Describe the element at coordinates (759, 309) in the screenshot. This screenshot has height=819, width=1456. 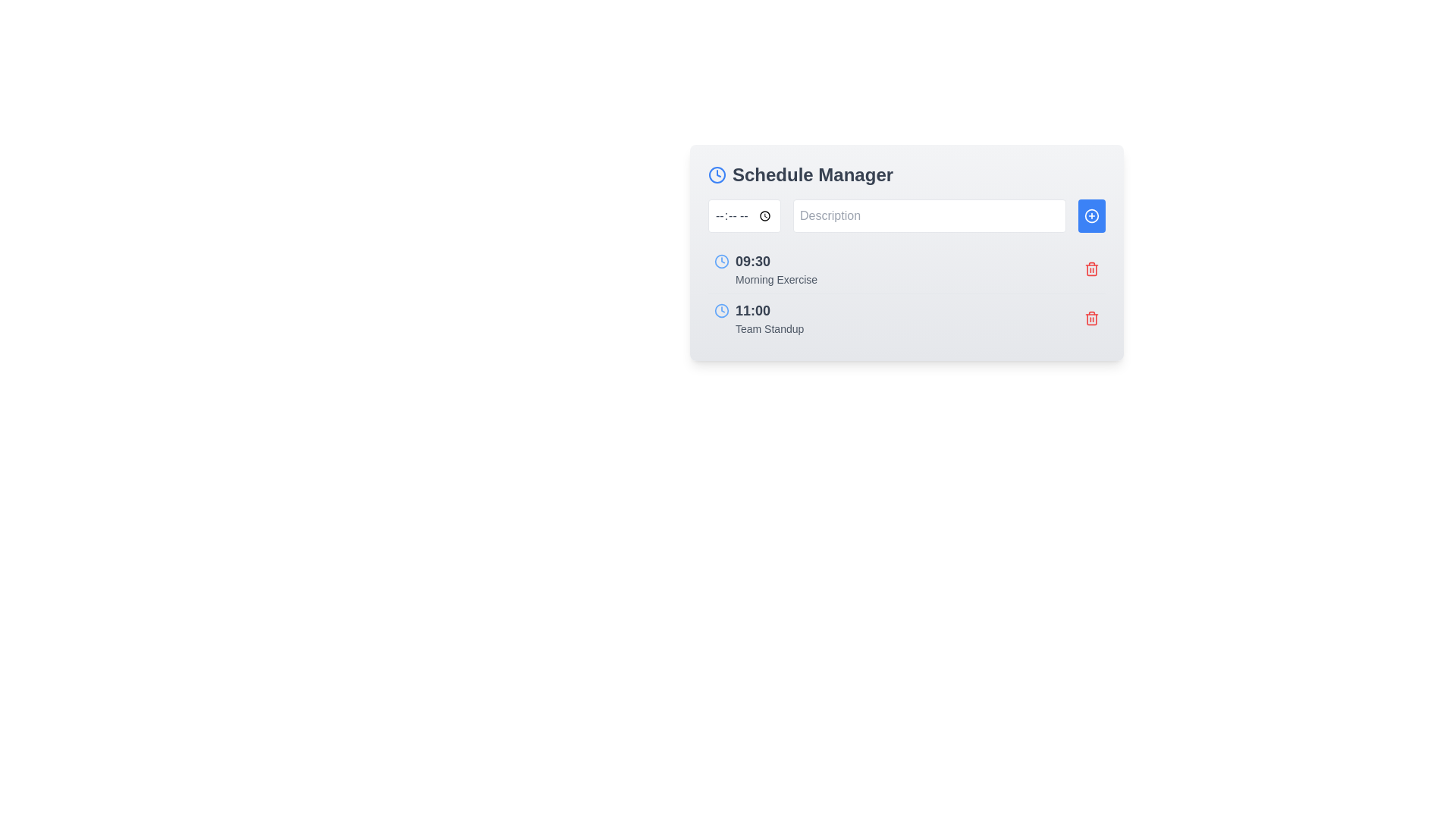
I see `the displayed time label '11:00' in the 'Team Standup' section, which is positioned to the right of a blue clock icon and above the description text` at that location.